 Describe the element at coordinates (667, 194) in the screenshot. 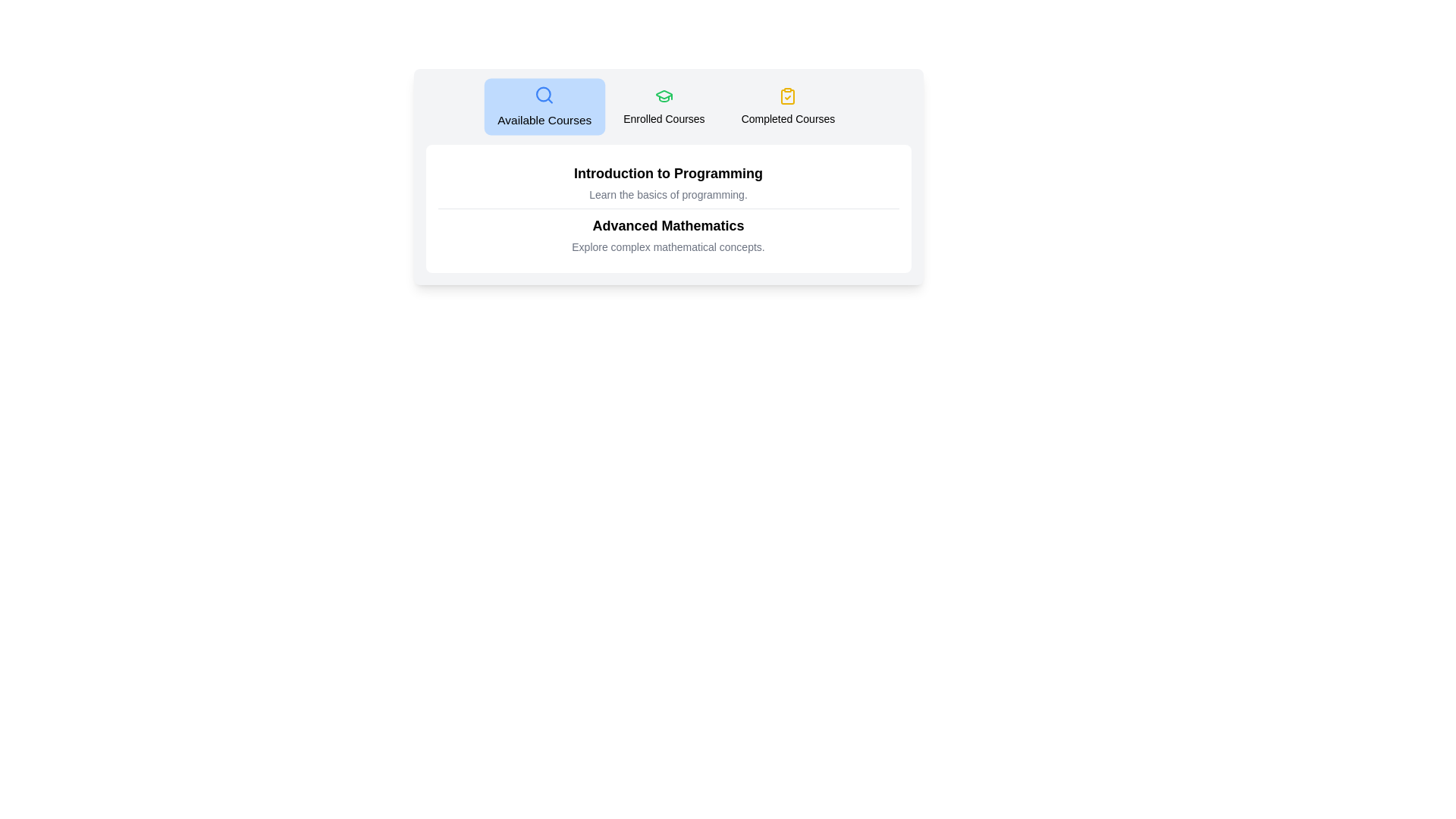

I see `the text 'Learn the basics of programming.'` at that location.